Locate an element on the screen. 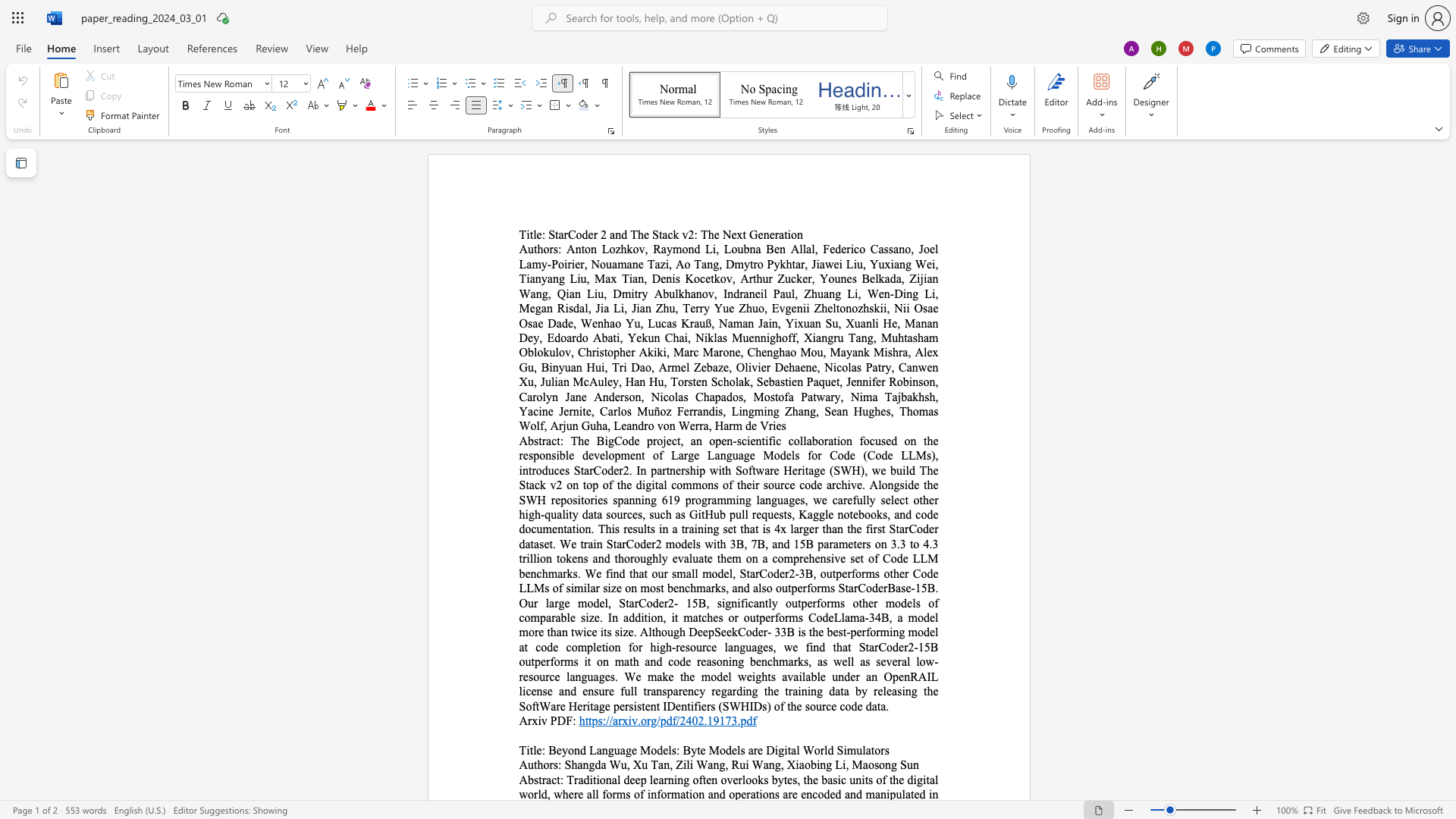 This screenshot has height=819, width=1456. the 4th character "a" in the text is located at coordinates (781, 234).